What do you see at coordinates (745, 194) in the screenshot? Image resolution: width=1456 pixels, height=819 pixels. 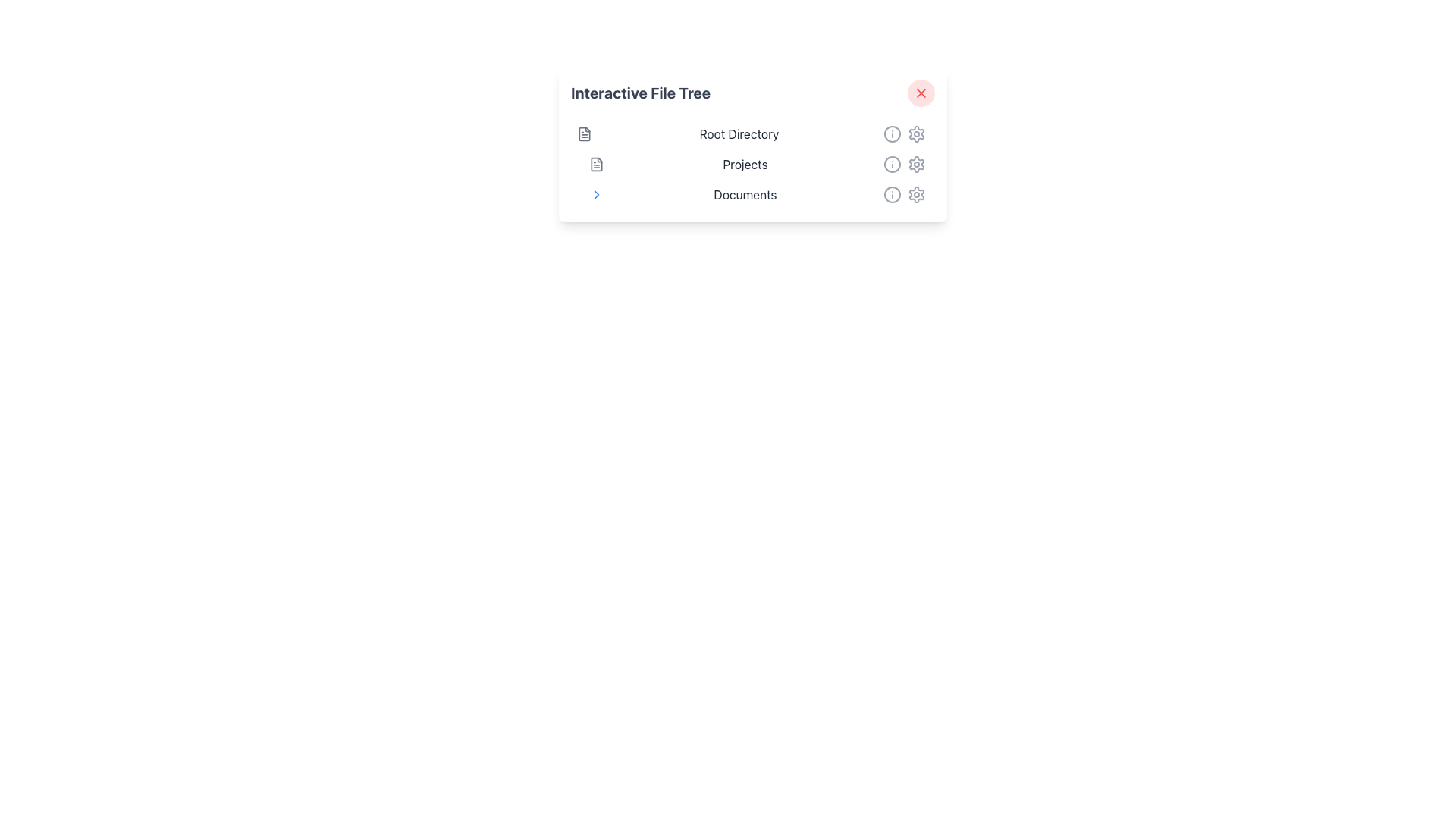 I see `the 'Documents' text label in the file tree interface, which is styled in dark gray and is the third entry in the list of directory items` at bounding box center [745, 194].